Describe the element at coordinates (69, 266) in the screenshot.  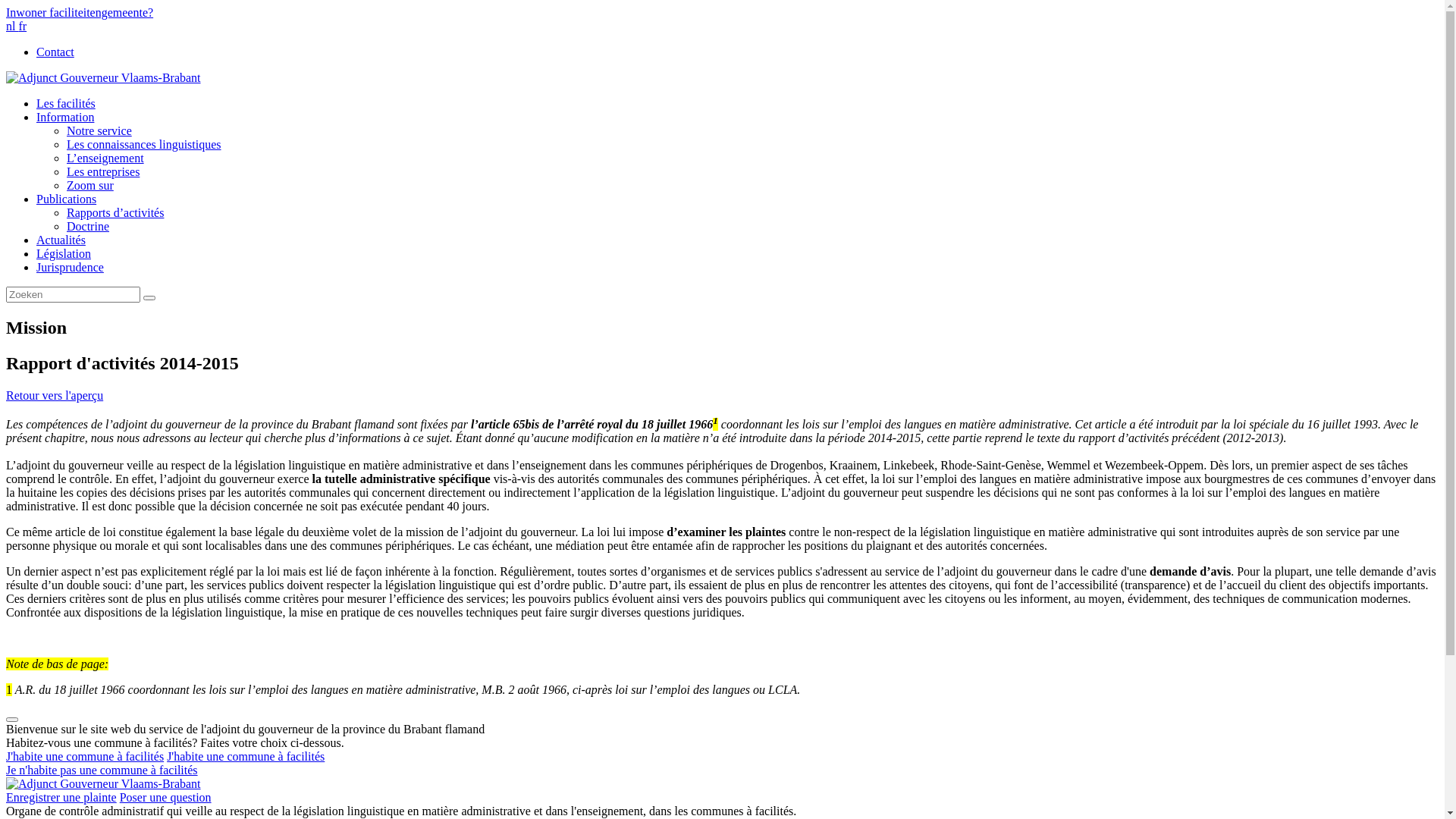
I see `'Jurisprudence'` at that location.